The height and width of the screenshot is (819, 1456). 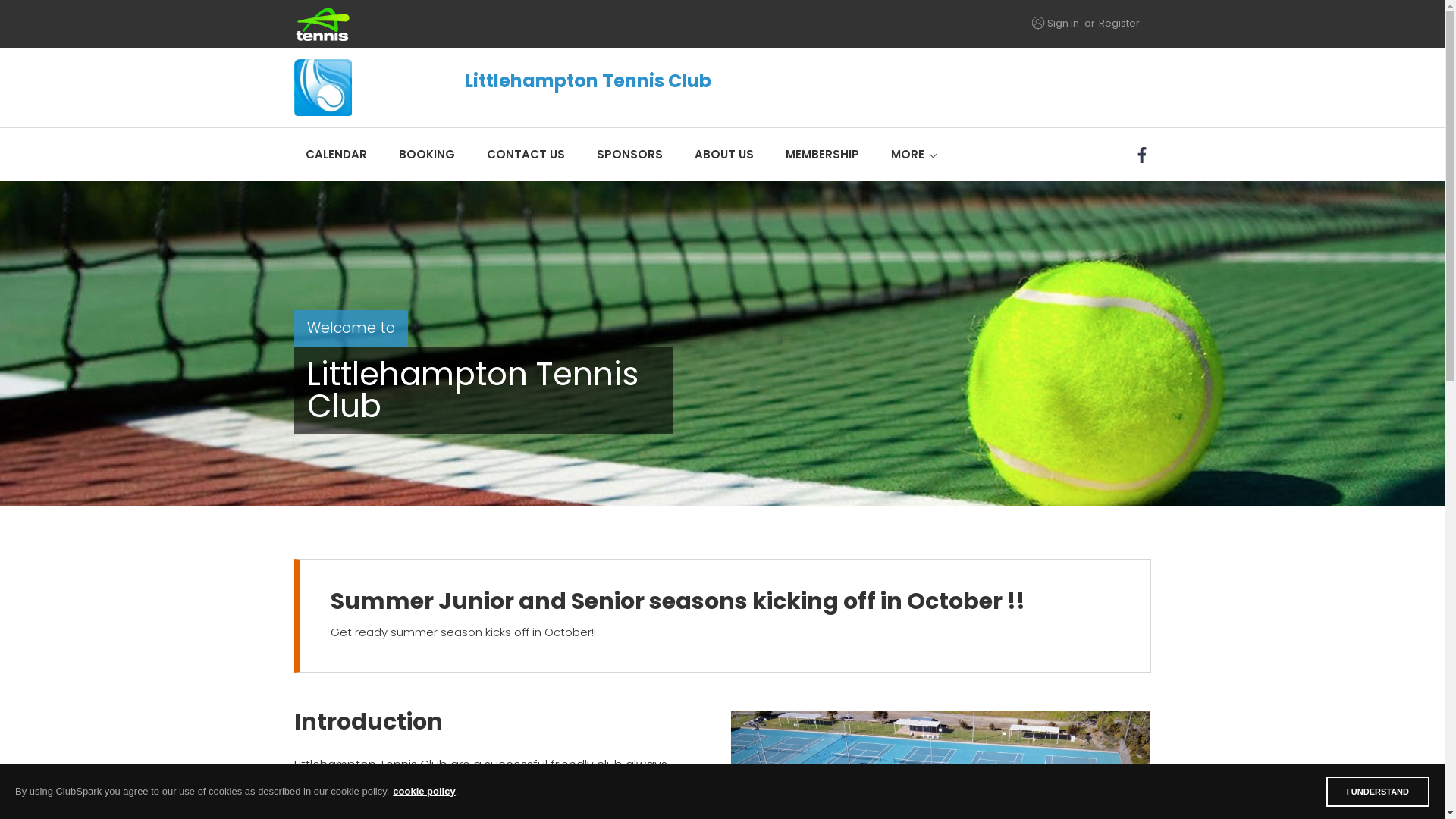 I want to click on 'cookie policy', so click(x=423, y=791).